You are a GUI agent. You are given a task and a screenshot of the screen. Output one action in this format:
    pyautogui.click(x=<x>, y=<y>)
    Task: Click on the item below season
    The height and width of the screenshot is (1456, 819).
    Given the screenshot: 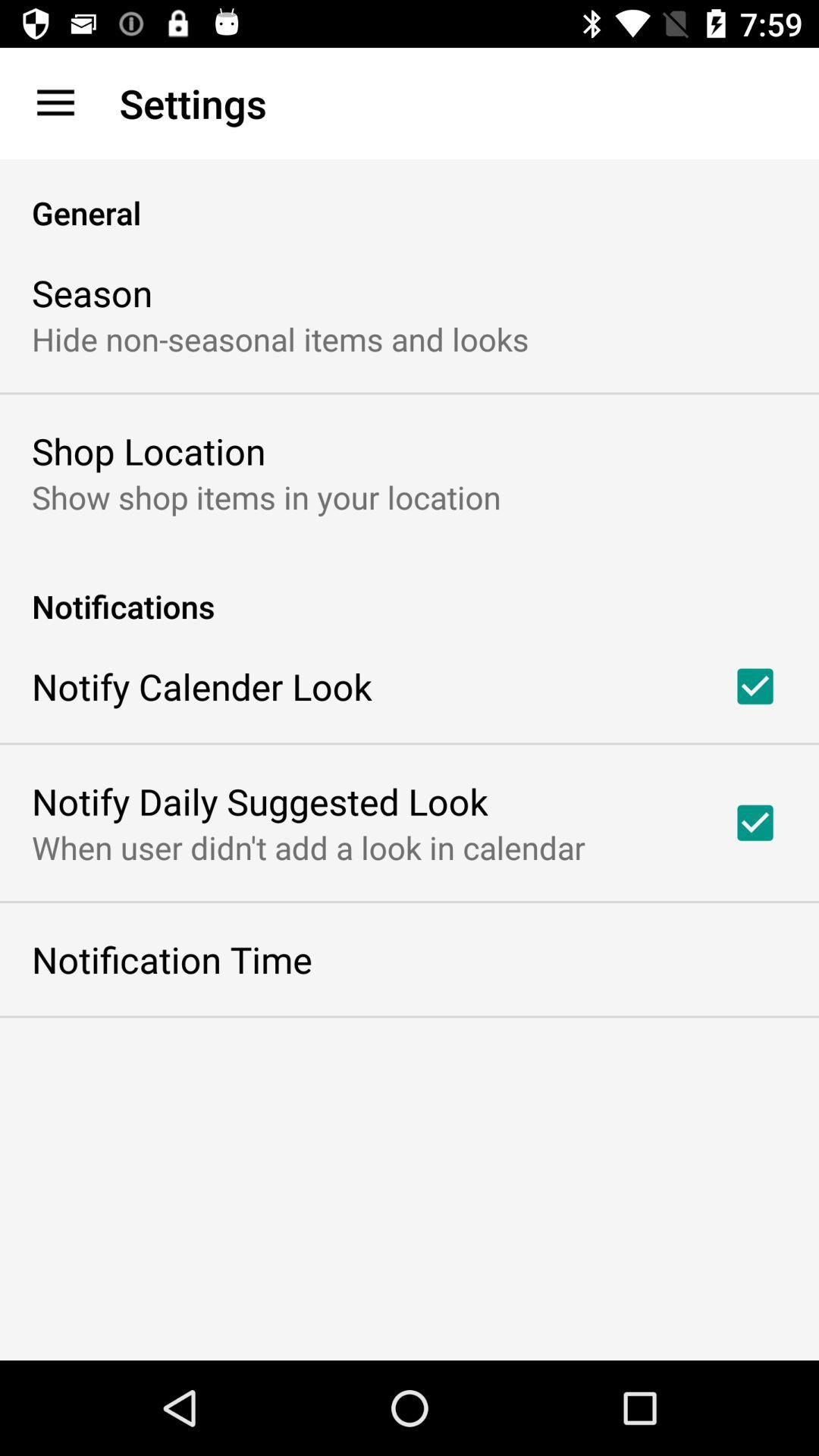 What is the action you would take?
    pyautogui.click(x=280, y=337)
    